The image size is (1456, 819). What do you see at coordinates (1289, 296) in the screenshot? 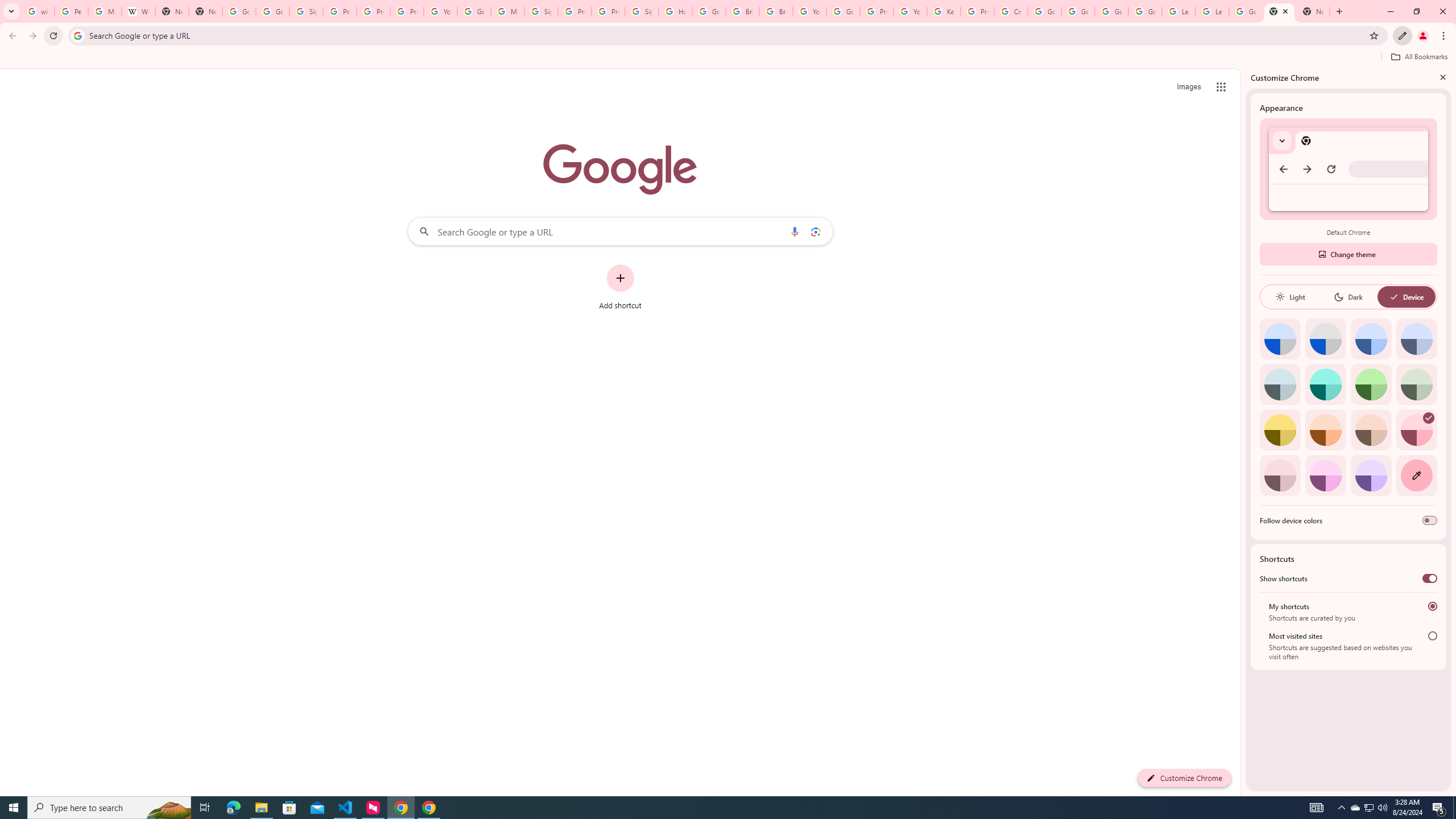
I see `'Light'` at bounding box center [1289, 296].